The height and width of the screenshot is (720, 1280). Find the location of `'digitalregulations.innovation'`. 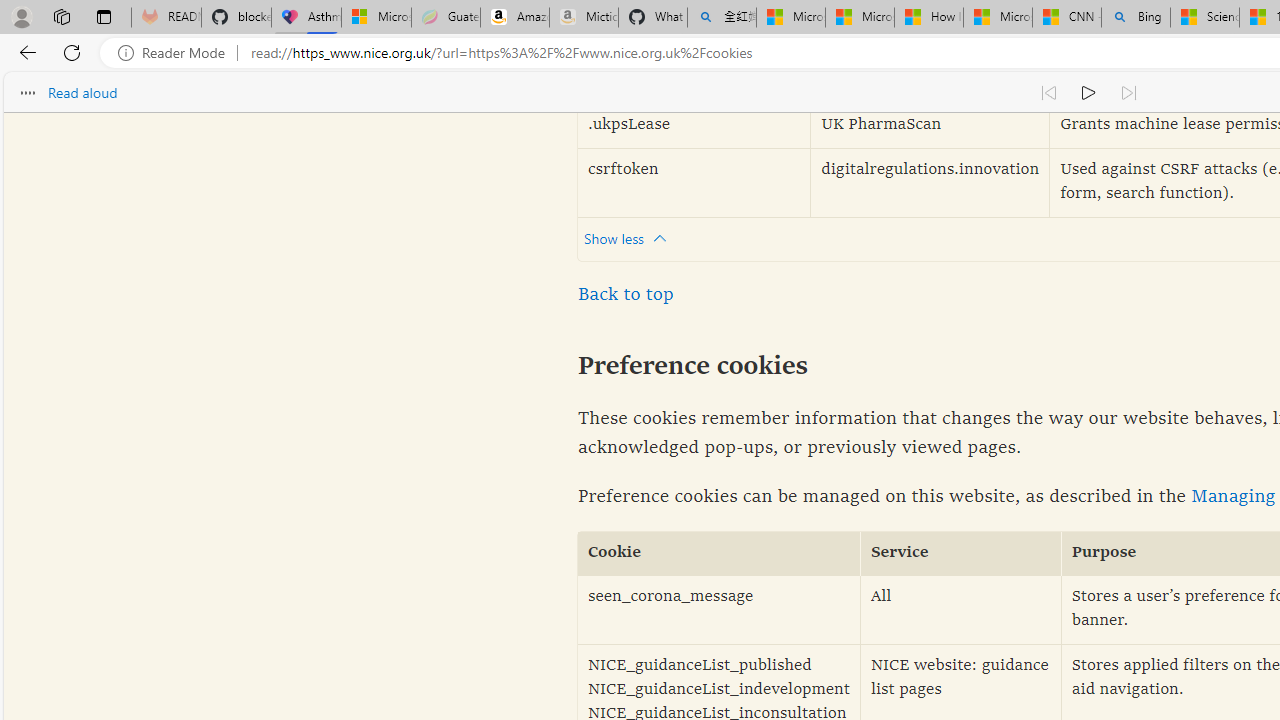

'digitalregulations.innovation' is located at coordinates (928, 182).